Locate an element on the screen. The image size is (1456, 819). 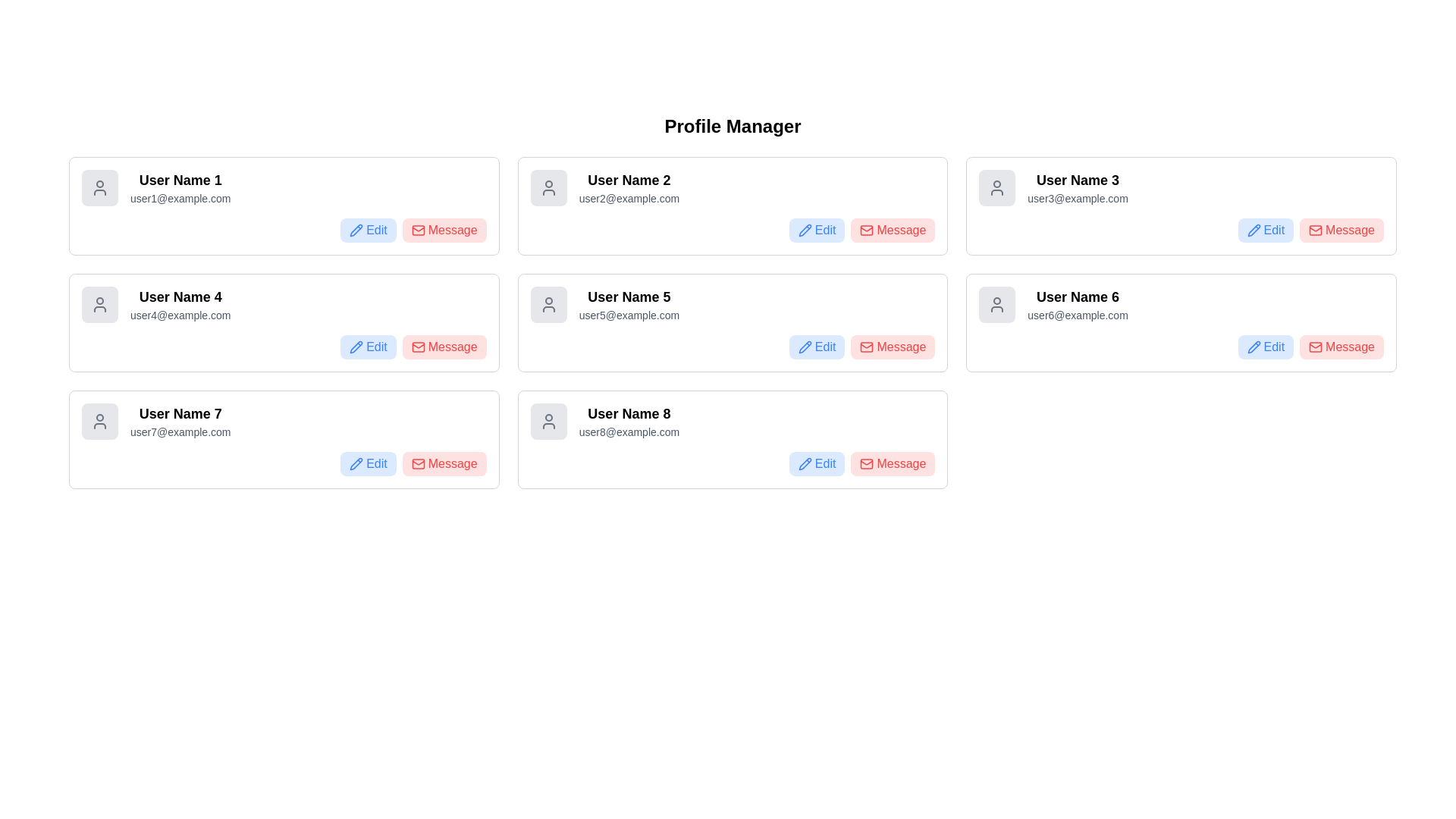
the 'Send Message' button, which is the second button in the bottom-left grouping of the profile manager interface for 'User Name 7' is located at coordinates (444, 463).